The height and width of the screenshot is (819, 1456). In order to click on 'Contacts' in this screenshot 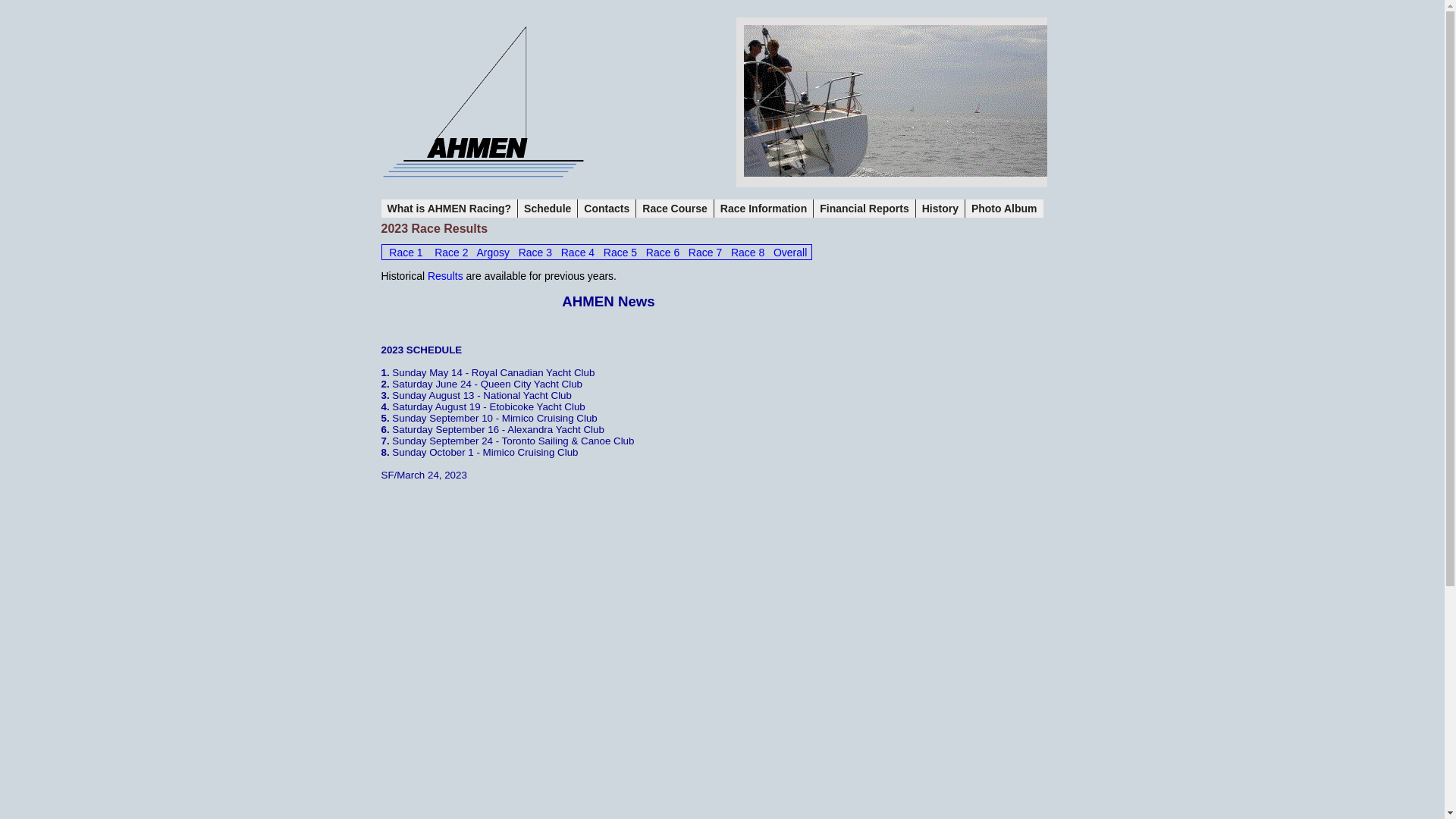, I will do `click(607, 208)`.